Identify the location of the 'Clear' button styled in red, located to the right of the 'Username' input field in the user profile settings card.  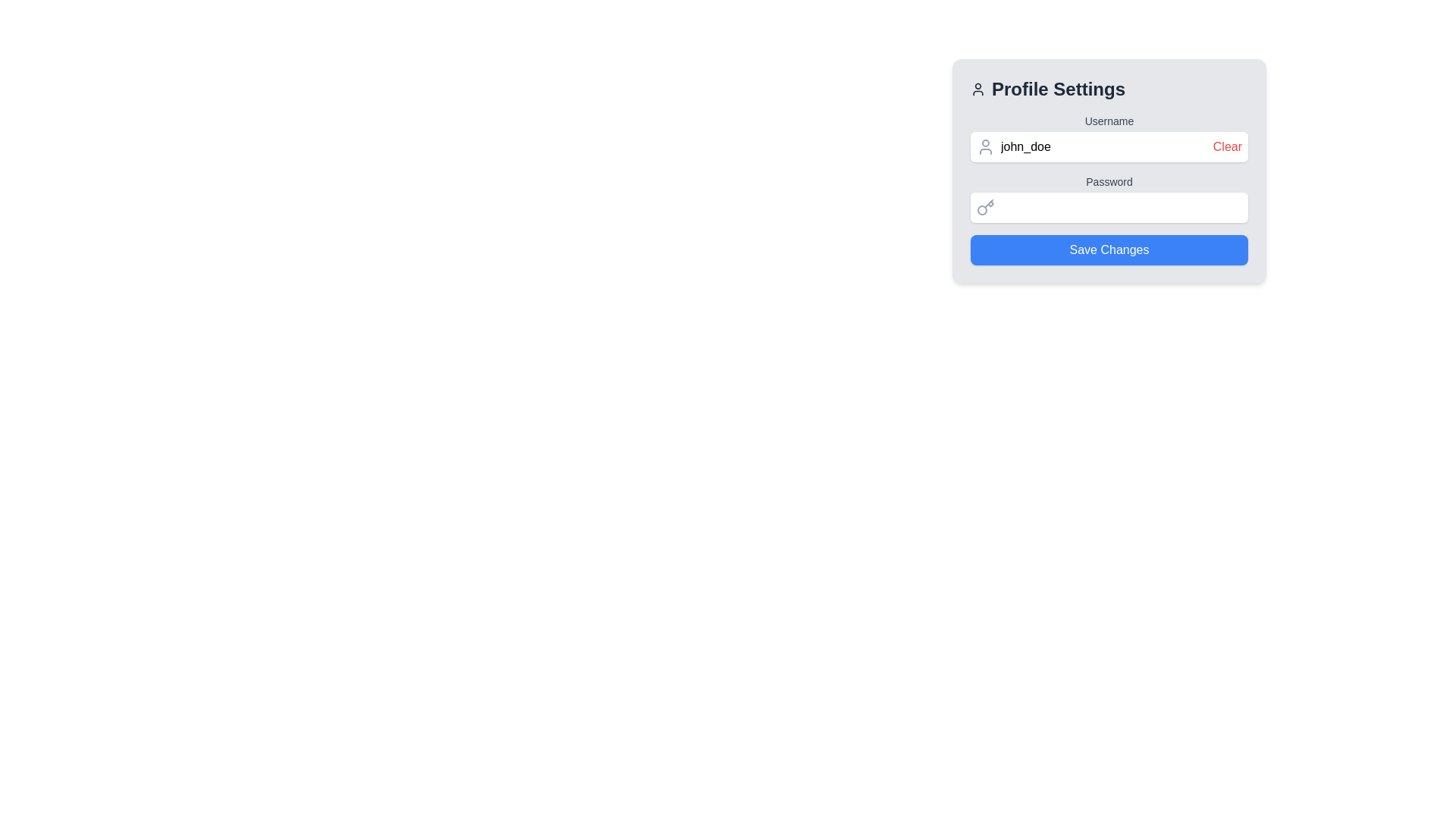
(1227, 146).